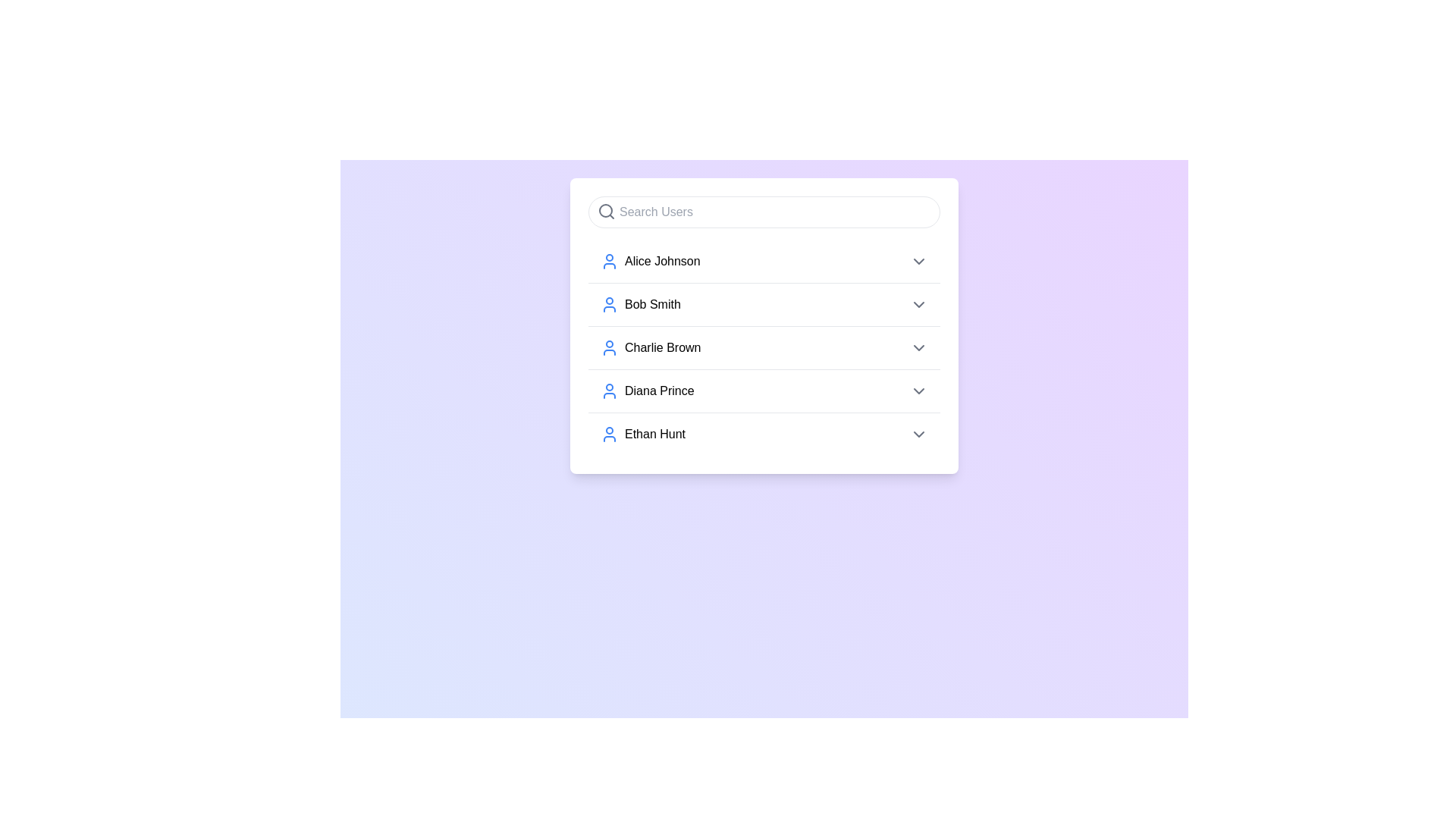  I want to click on the text label displaying 'Diana Prince', which is the fourth item in the user list, located between a user icon on the left and a downwards-pointing arrow on the right, so click(659, 391).